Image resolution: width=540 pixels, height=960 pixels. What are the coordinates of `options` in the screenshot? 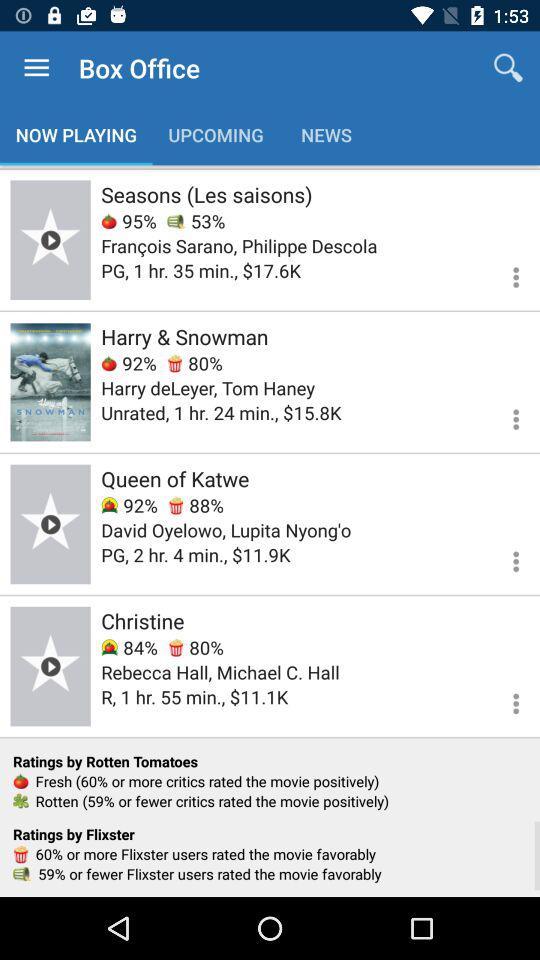 It's located at (503, 415).